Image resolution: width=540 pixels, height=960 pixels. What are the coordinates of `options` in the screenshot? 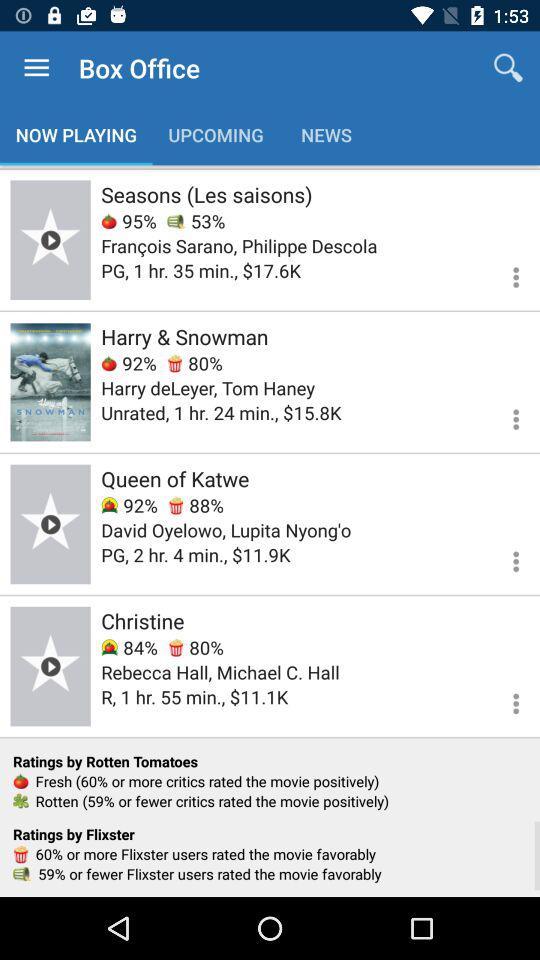 It's located at (503, 415).